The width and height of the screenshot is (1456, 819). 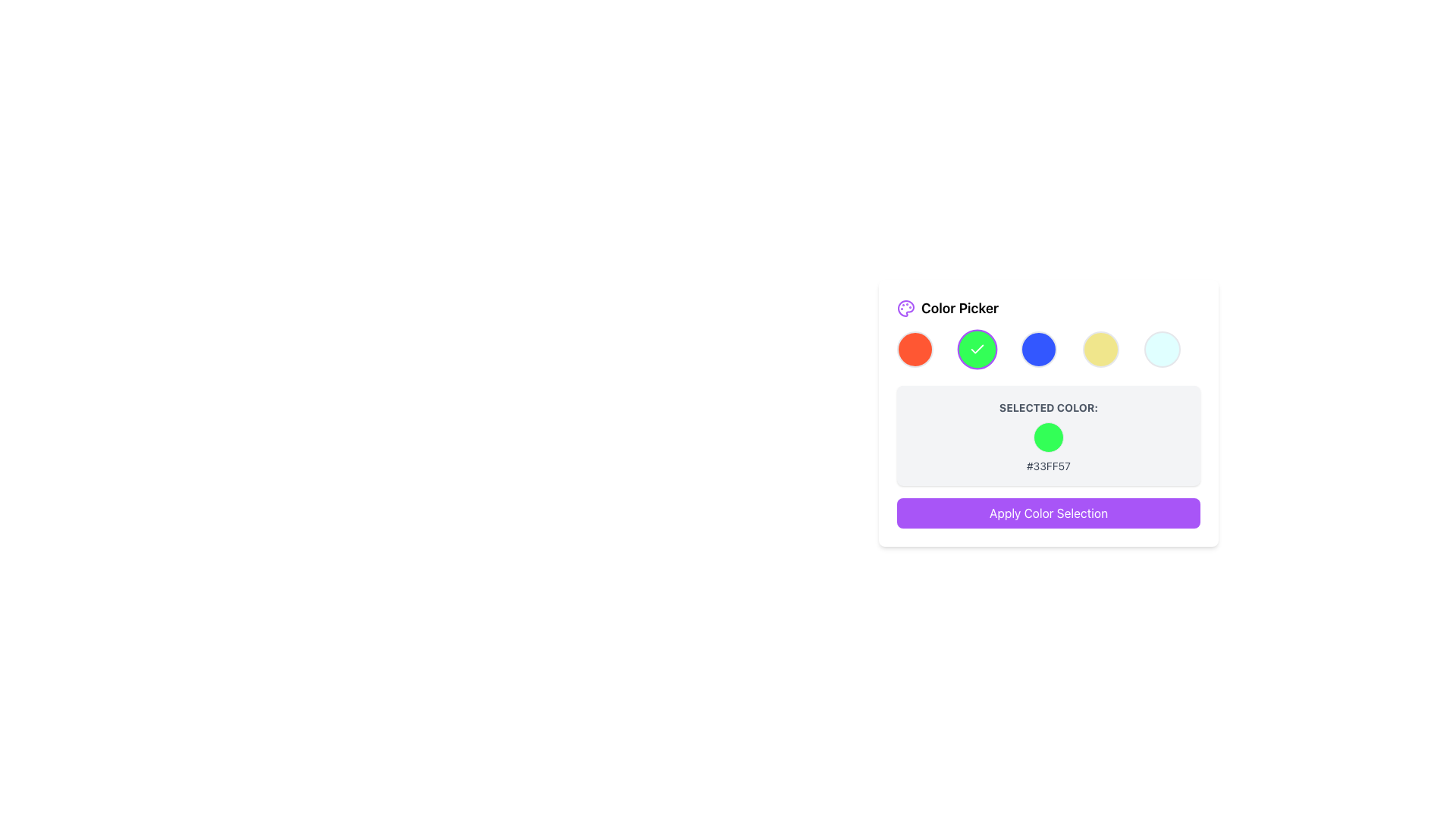 What do you see at coordinates (1162, 350) in the screenshot?
I see `the fifth circular color selection button in the color picker tool` at bounding box center [1162, 350].